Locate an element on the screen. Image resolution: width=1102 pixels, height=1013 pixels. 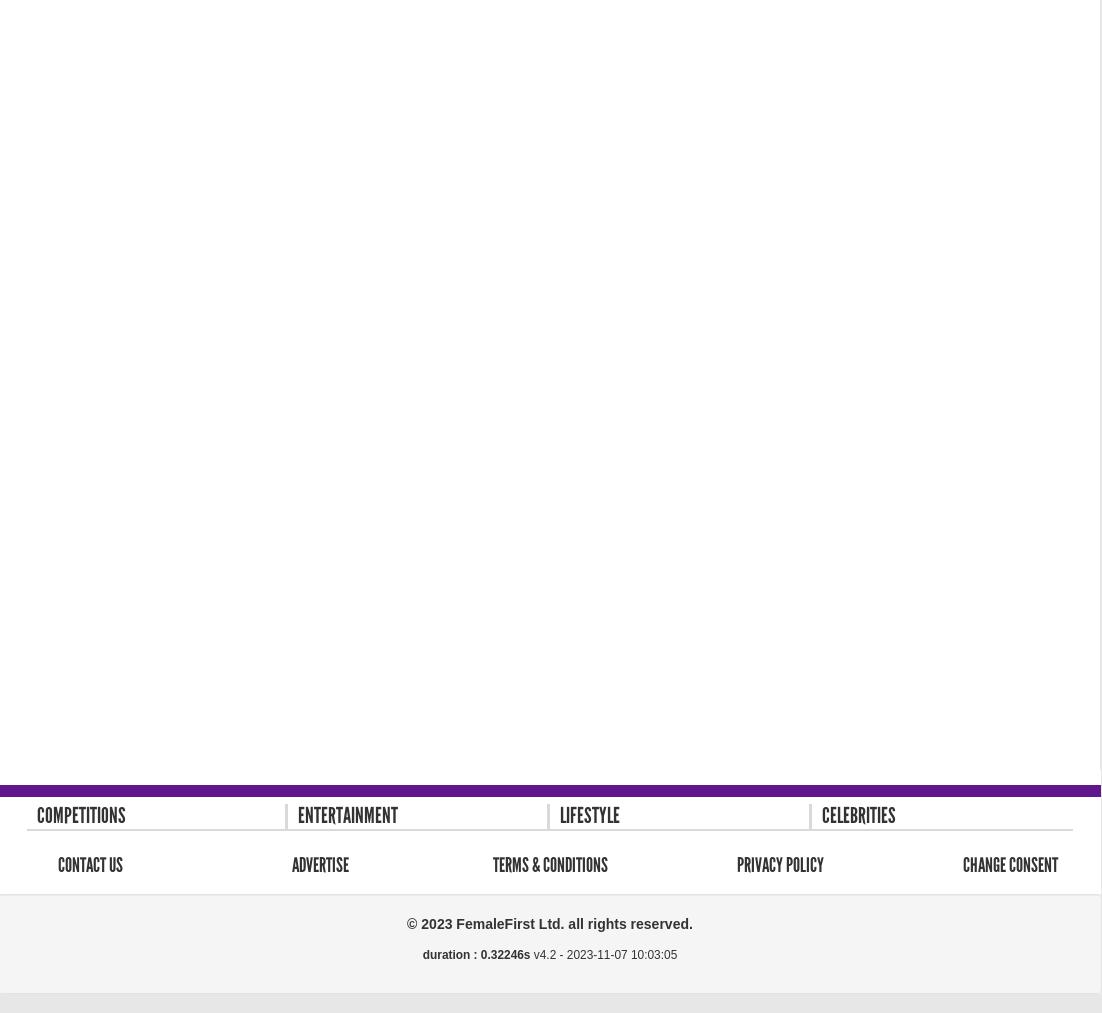
'Privacy Policy' is located at coordinates (778, 862).